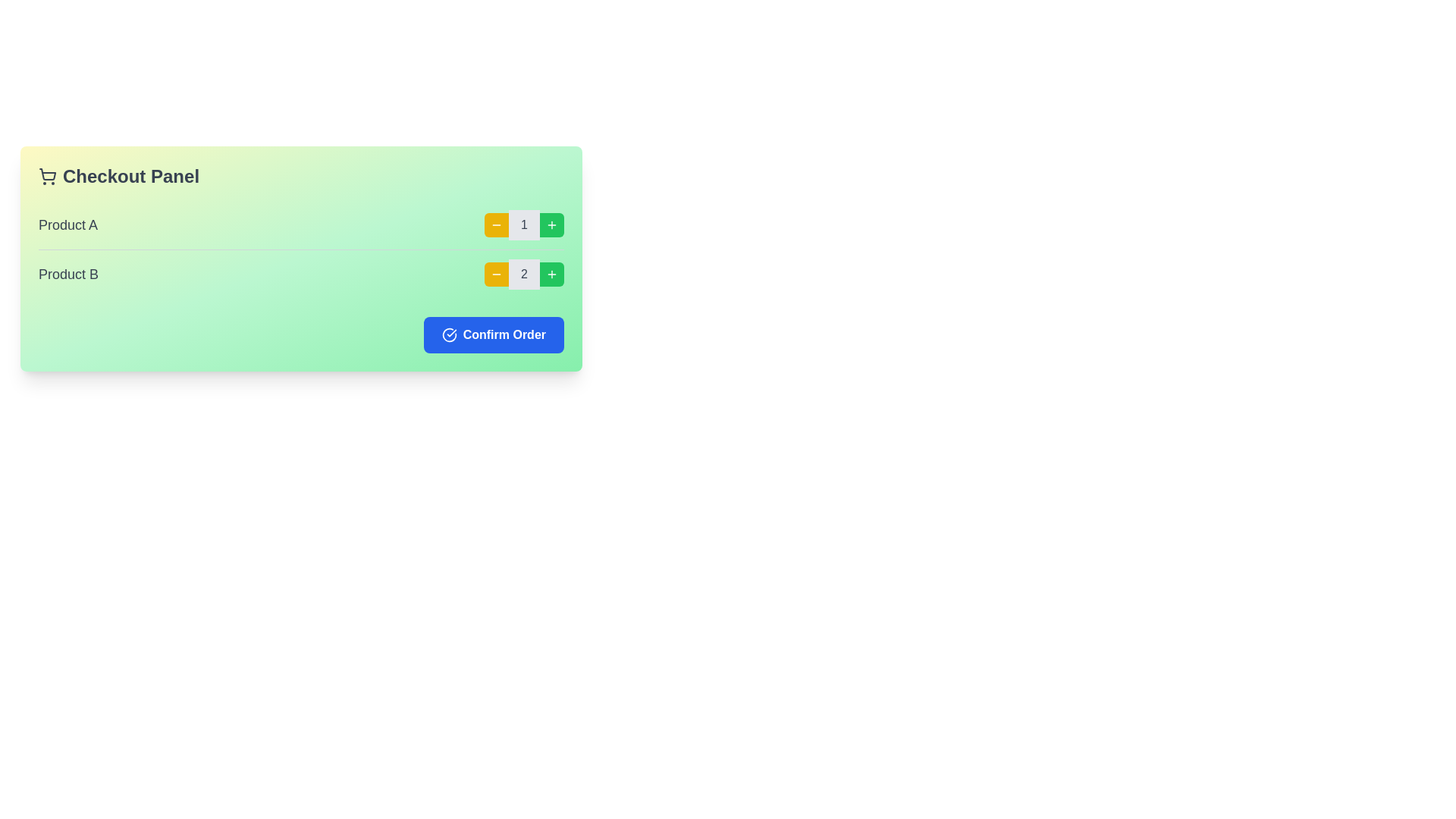  What do you see at coordinates (497, 225) in the screenshot?
I see `the button to the left of the numeric display '1' in the quantity control for 'Product A' to decrease the product count` at bounding box center [497, 225].